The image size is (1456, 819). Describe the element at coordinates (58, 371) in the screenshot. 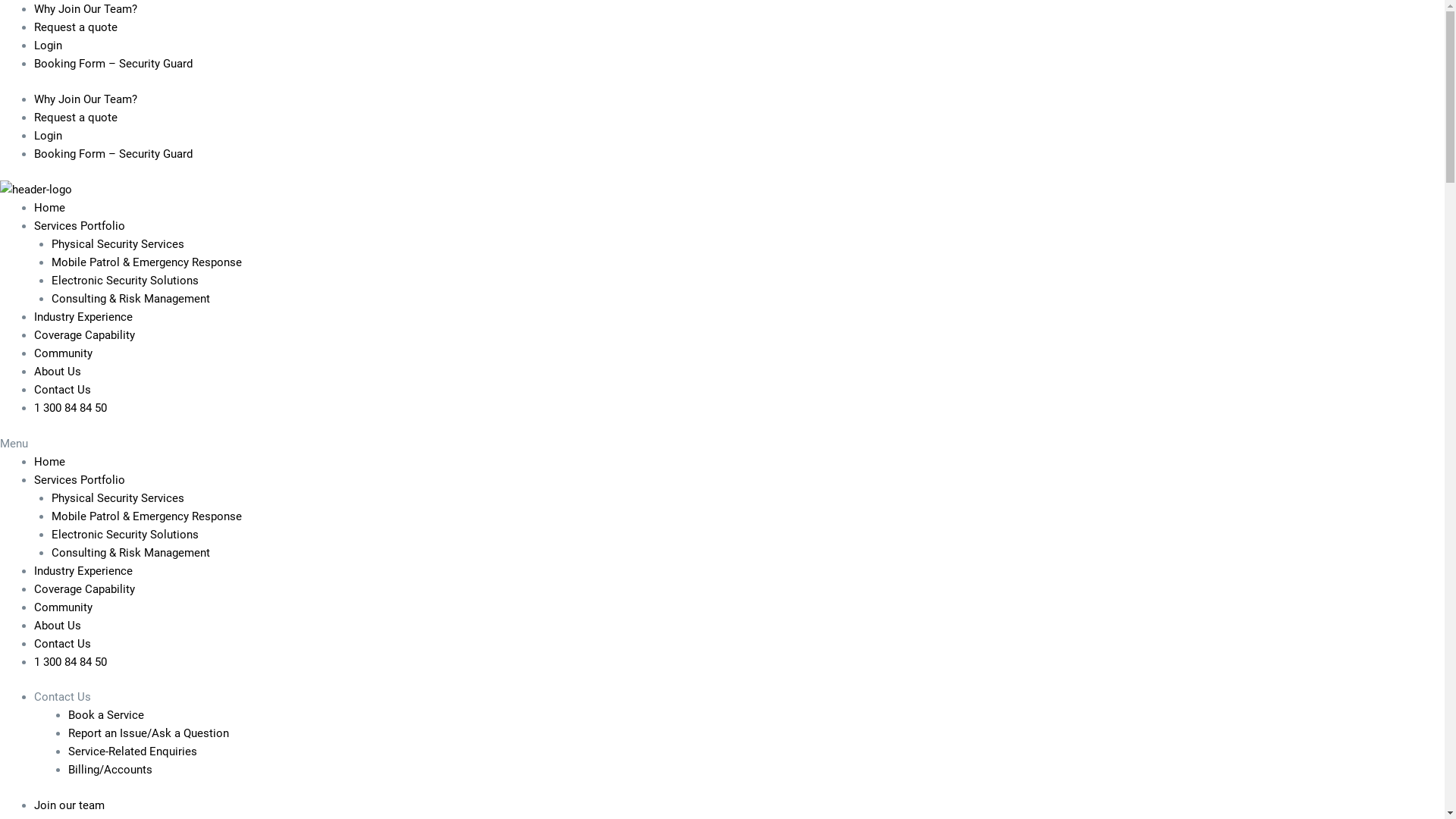

I see `'About Us'` at that location.